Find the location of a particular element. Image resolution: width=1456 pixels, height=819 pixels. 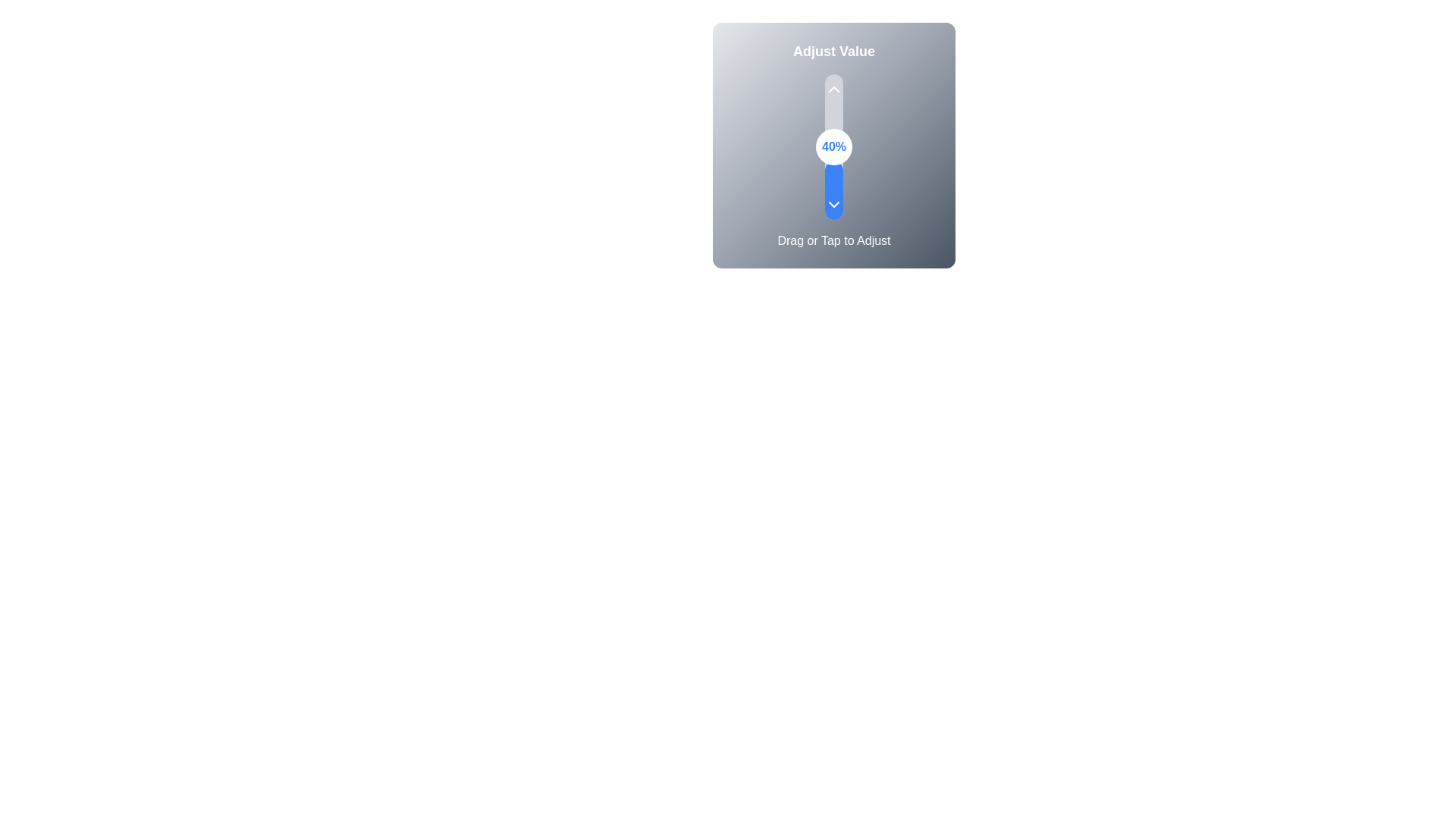

the slider value is located at coordinates (833, 162).